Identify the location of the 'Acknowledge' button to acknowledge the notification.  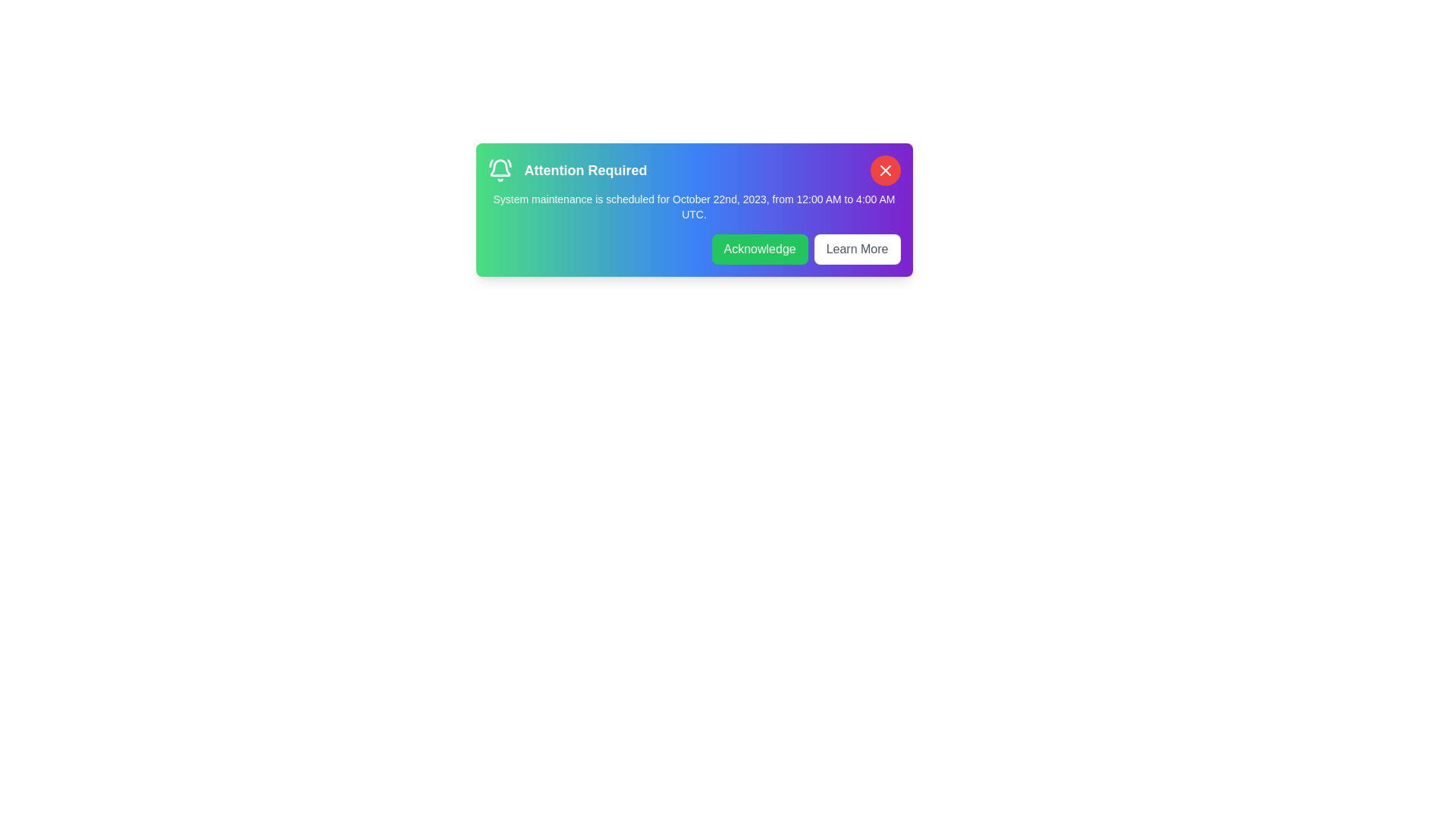
(760, 248).